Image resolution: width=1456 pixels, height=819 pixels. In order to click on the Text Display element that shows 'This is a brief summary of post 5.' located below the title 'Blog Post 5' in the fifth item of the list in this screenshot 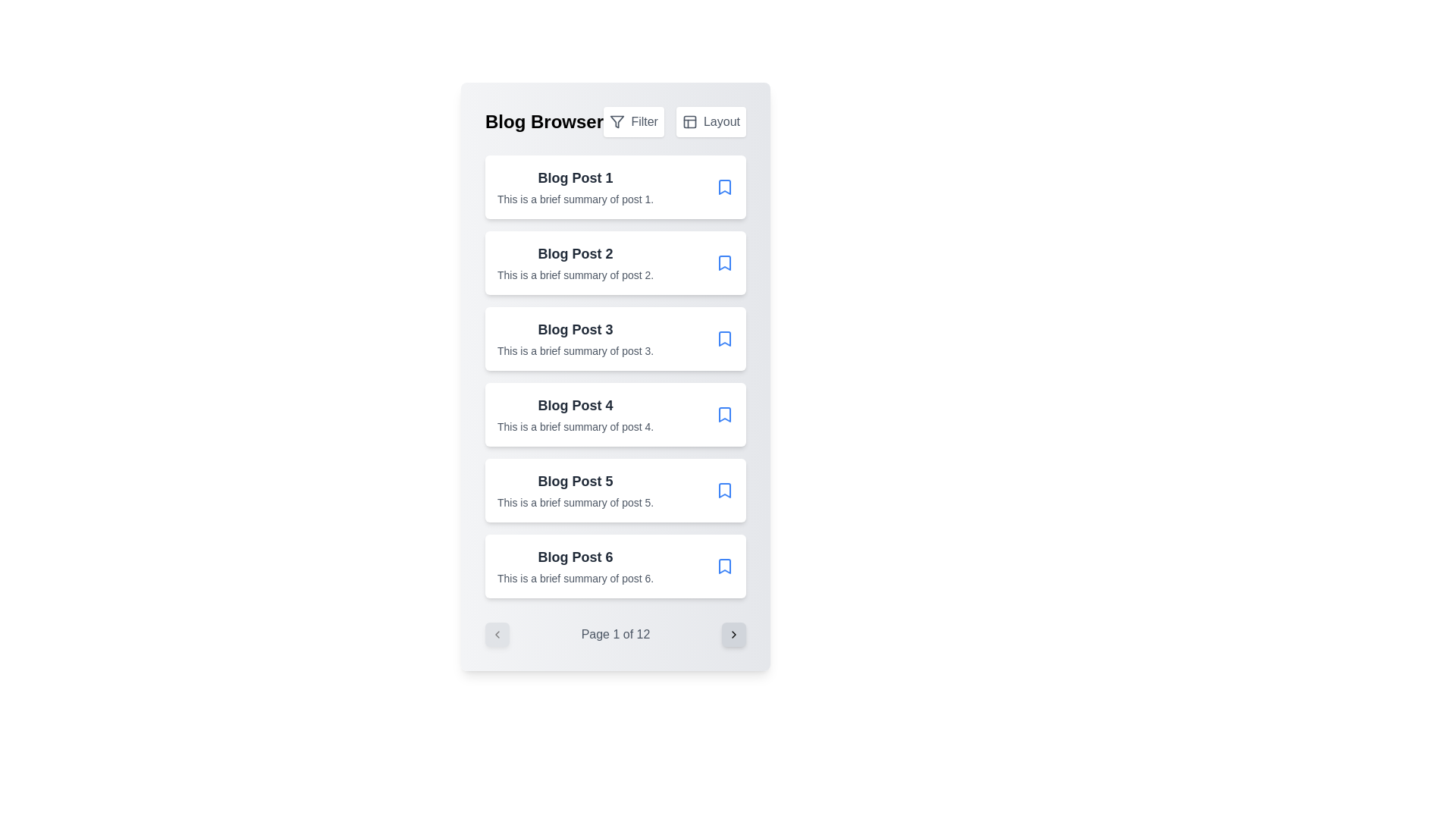, I will do `click(575, 503)`.